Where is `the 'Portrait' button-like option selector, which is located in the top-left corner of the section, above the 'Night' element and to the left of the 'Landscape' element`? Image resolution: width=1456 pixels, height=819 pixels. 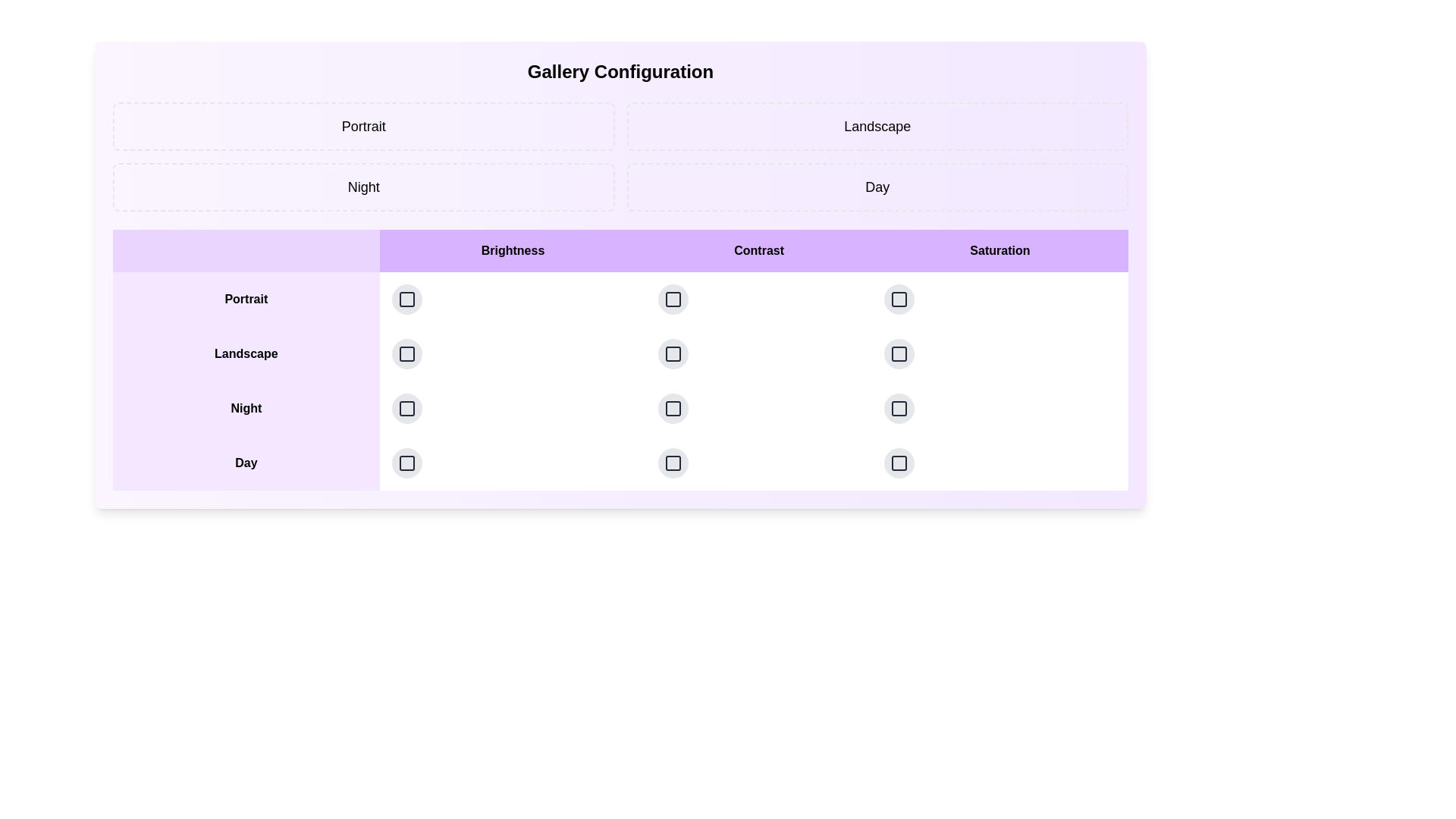
the 'Portrait' button-like option selector, which is located in the top-left corner of the section, above the 'Night' element and to the left of the 'Landscape' element is located at coordinates (362, 125).